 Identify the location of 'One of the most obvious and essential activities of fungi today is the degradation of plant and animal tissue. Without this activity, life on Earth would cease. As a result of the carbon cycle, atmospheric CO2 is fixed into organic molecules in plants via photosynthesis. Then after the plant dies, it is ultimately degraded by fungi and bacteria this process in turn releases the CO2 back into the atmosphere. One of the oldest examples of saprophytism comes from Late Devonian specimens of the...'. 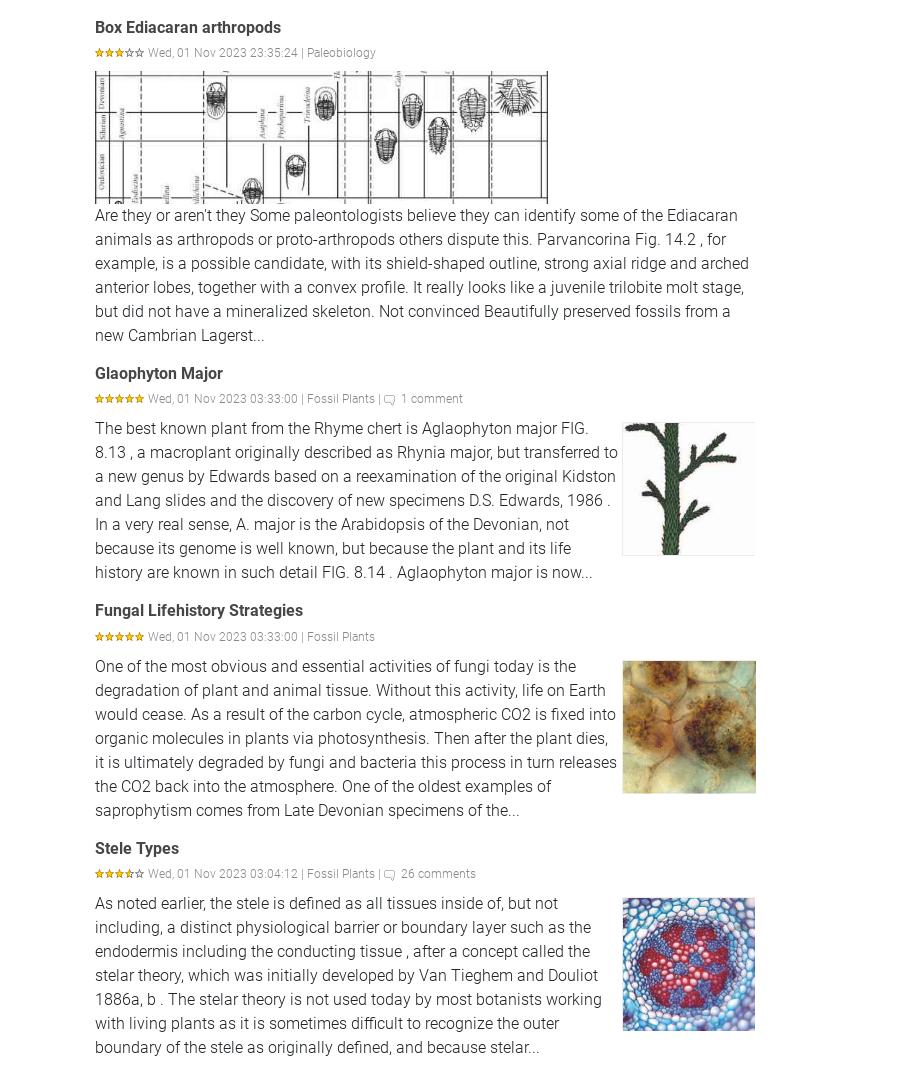
(95, 736).